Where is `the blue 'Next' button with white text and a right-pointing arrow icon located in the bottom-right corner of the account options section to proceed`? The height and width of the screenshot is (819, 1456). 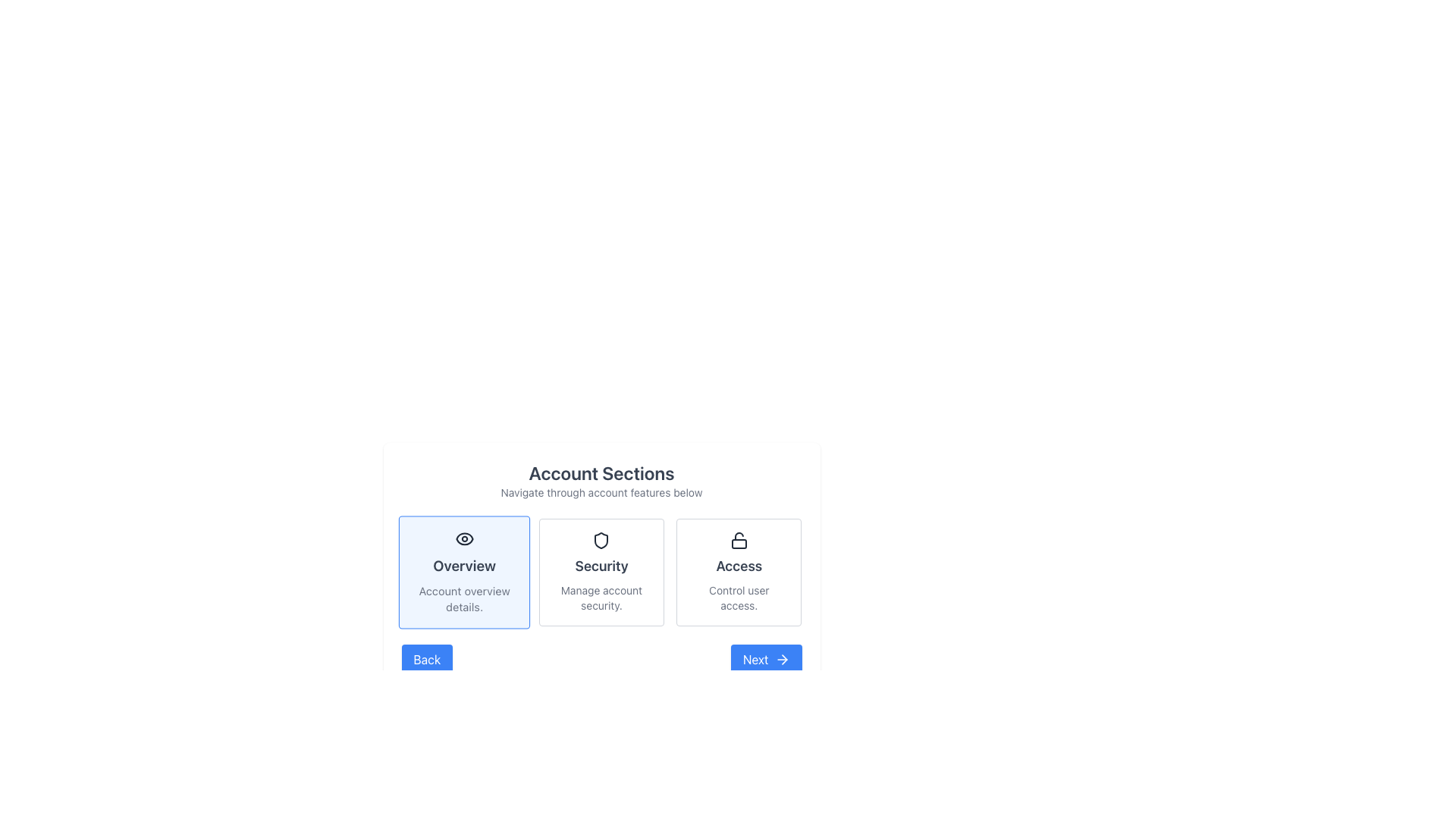 the blue 'Next' button with white text and a right-pointing arrow icon located in the bottom-right corner of the account options section to proceed is located at coordinates (765, 659).